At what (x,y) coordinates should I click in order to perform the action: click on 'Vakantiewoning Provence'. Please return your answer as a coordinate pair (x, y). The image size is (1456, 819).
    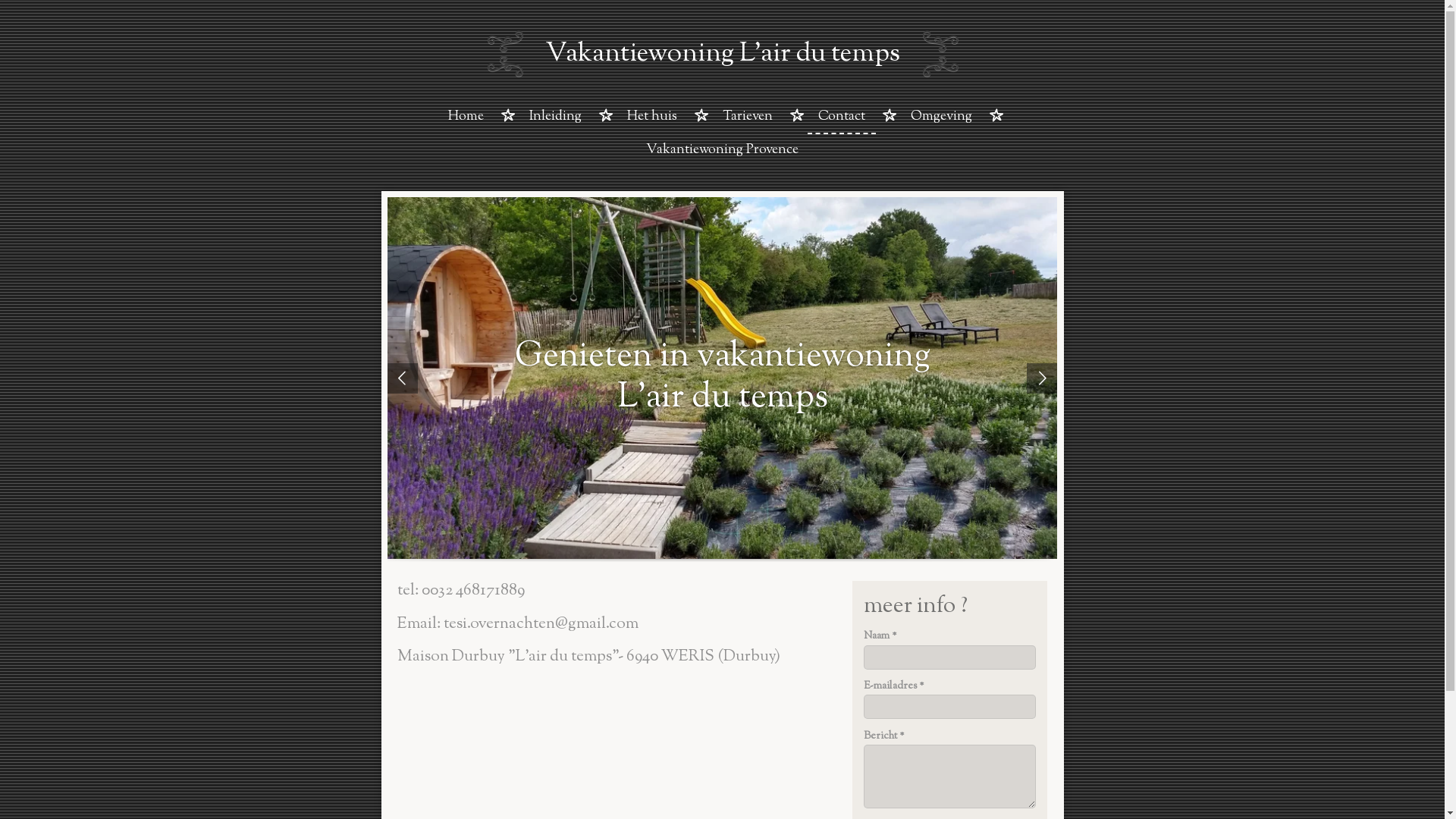
    Looking at the image, I should click on (721, 151).